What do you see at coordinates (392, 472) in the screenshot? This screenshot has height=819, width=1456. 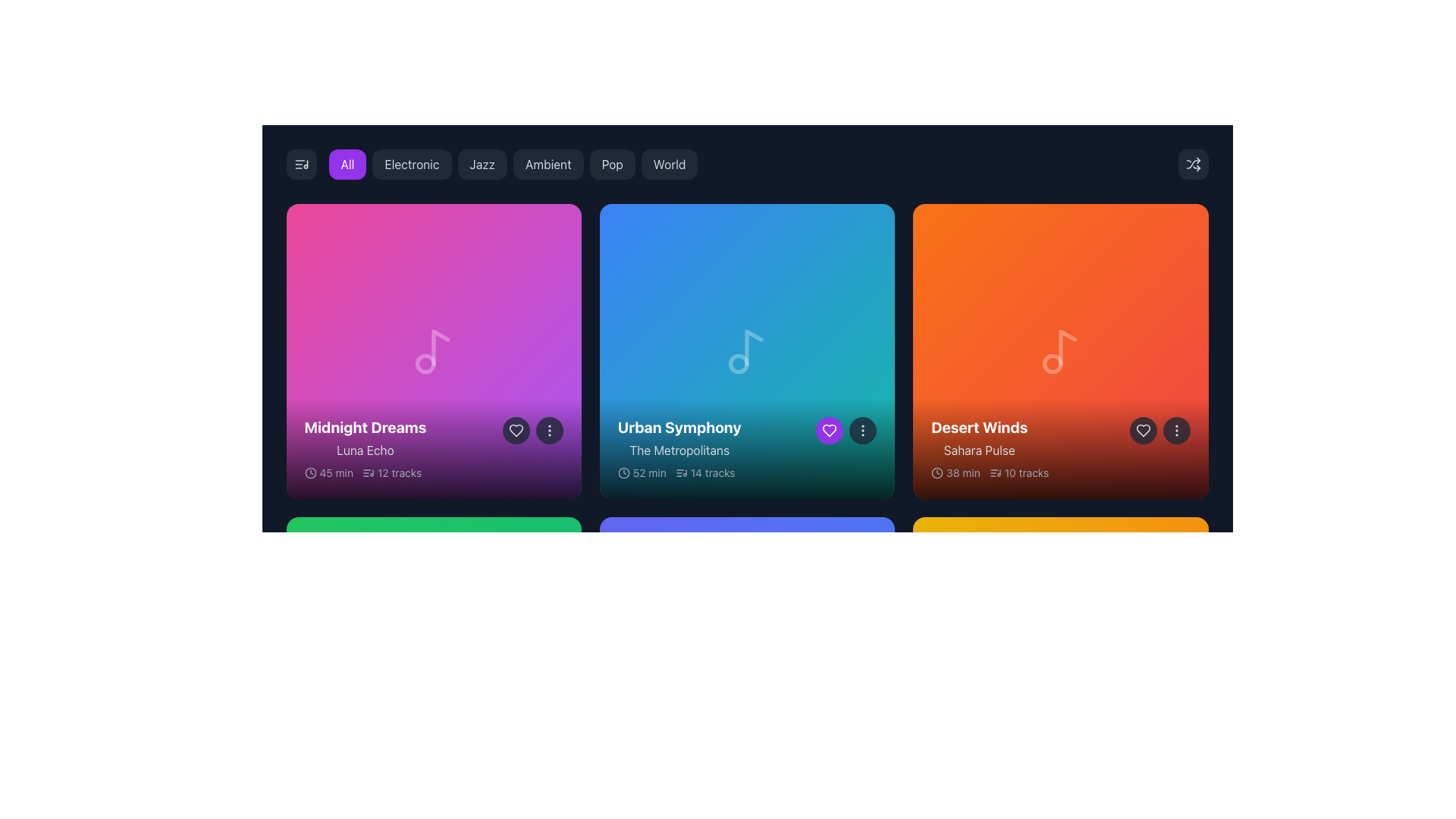 I see `metadata label with an icon located in the lower-left portion of the 'Midnight Dreams' card, next to the duration '45 min'` at bounding box center [392, 472].